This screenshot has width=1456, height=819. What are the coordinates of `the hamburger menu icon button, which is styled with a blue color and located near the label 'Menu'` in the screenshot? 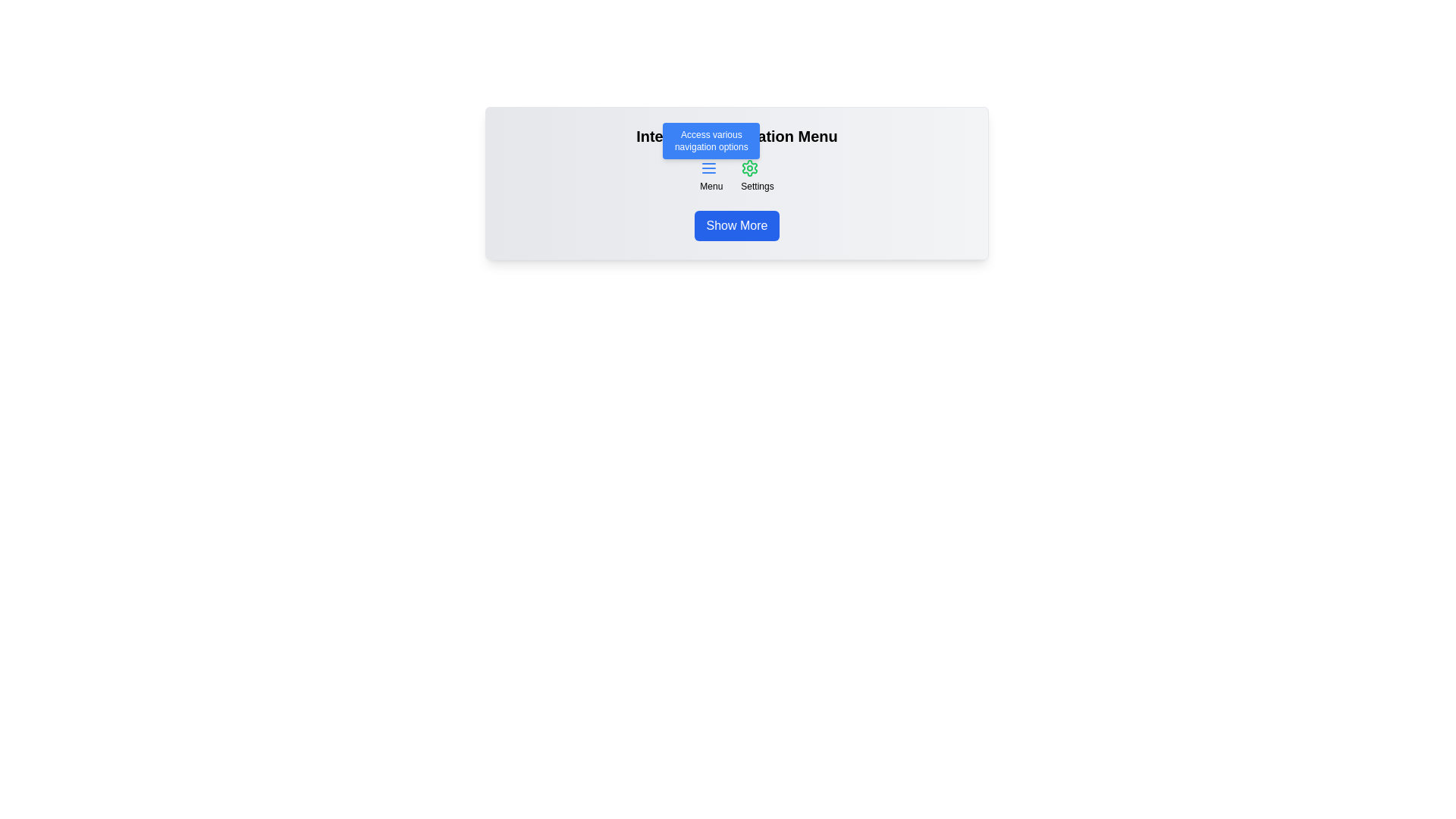 It's located at (708, 168).